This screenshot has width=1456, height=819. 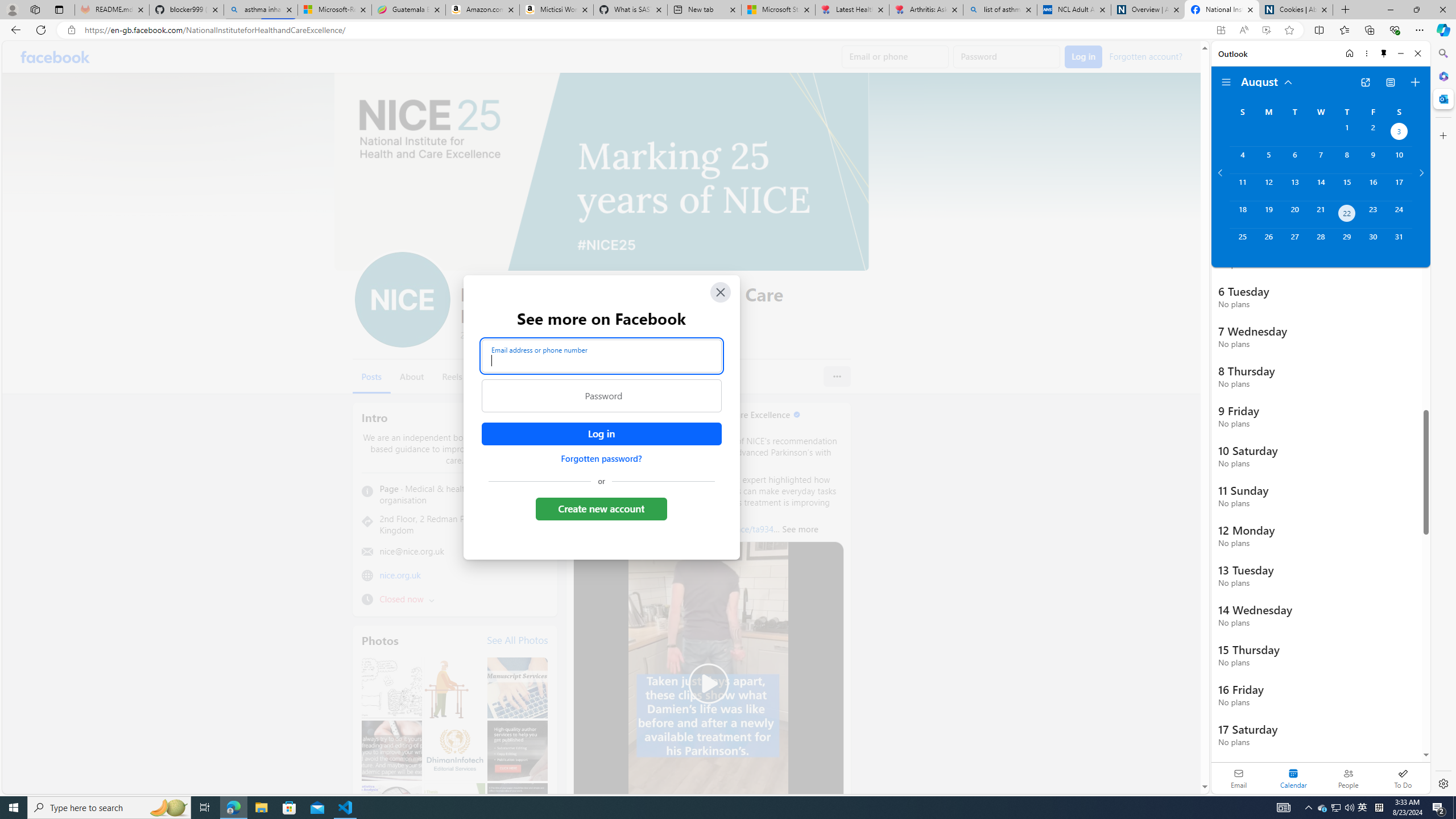 I want to click on 'Monday, August 12, 2024. ', so click(x=1268, y=187).